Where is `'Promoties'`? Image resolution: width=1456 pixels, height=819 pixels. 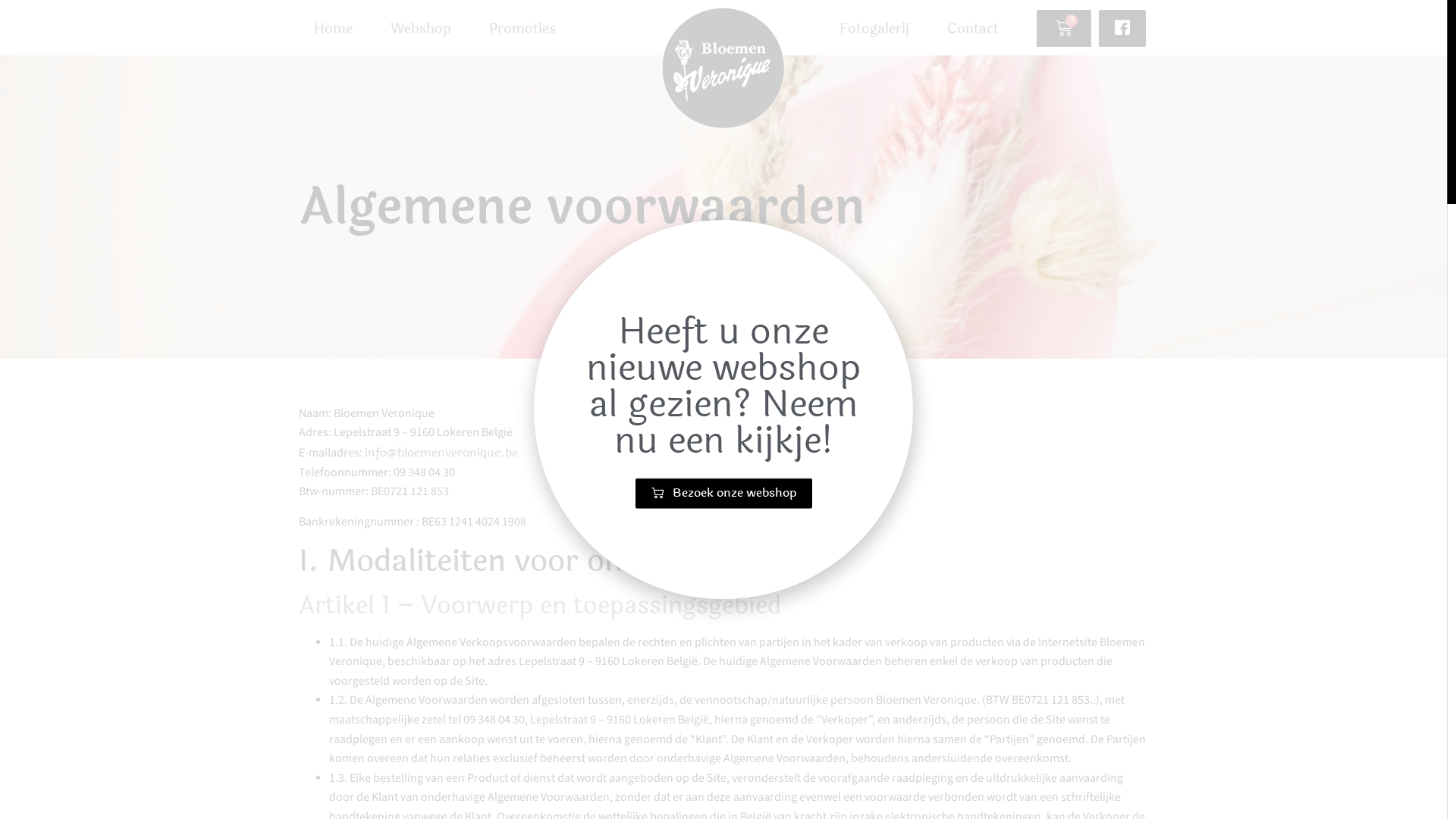 'Promoties' is located at coordinates (522, 28).